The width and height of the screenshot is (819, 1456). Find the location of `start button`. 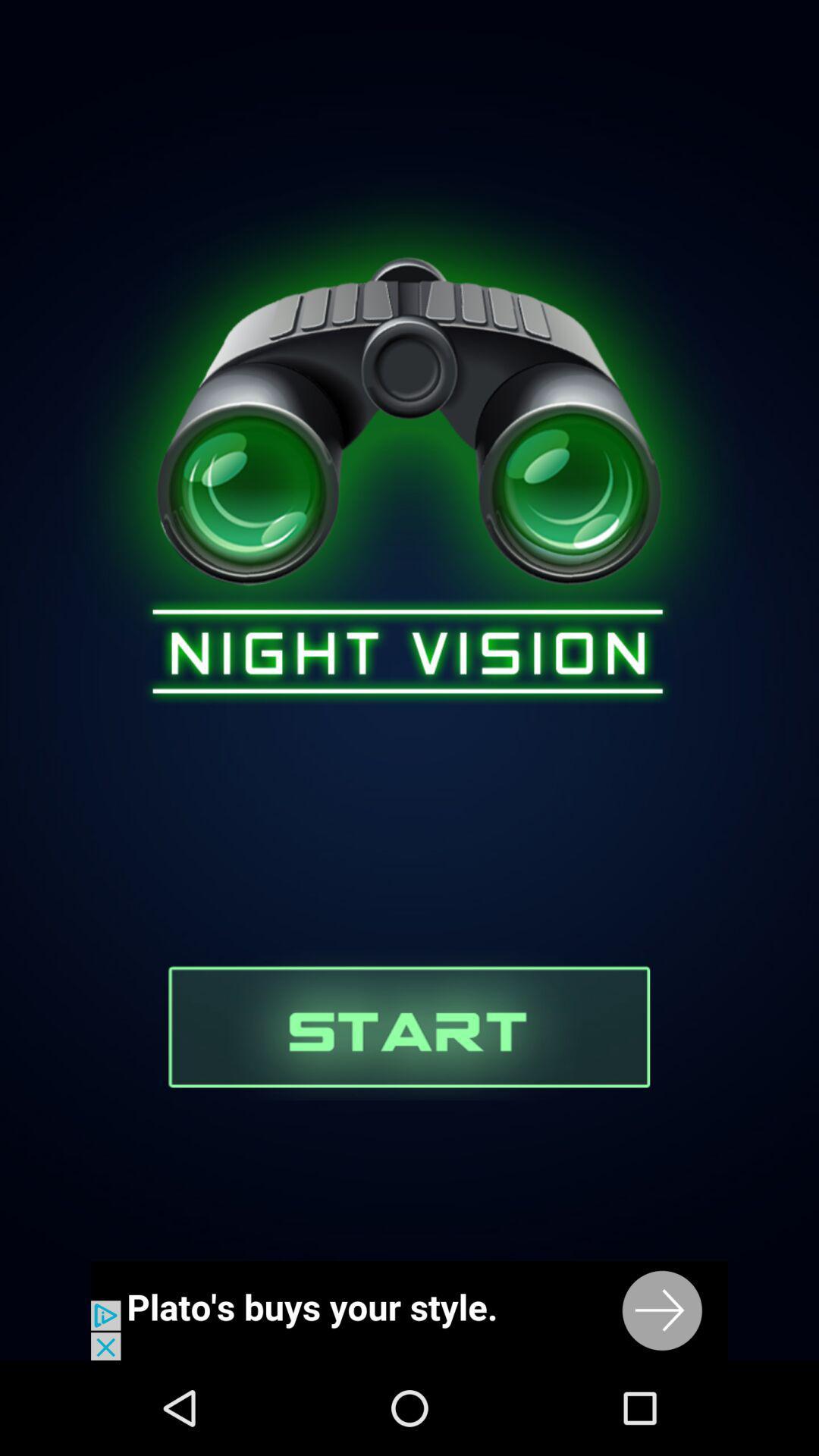

start button is located at coordinates (408, 1025).